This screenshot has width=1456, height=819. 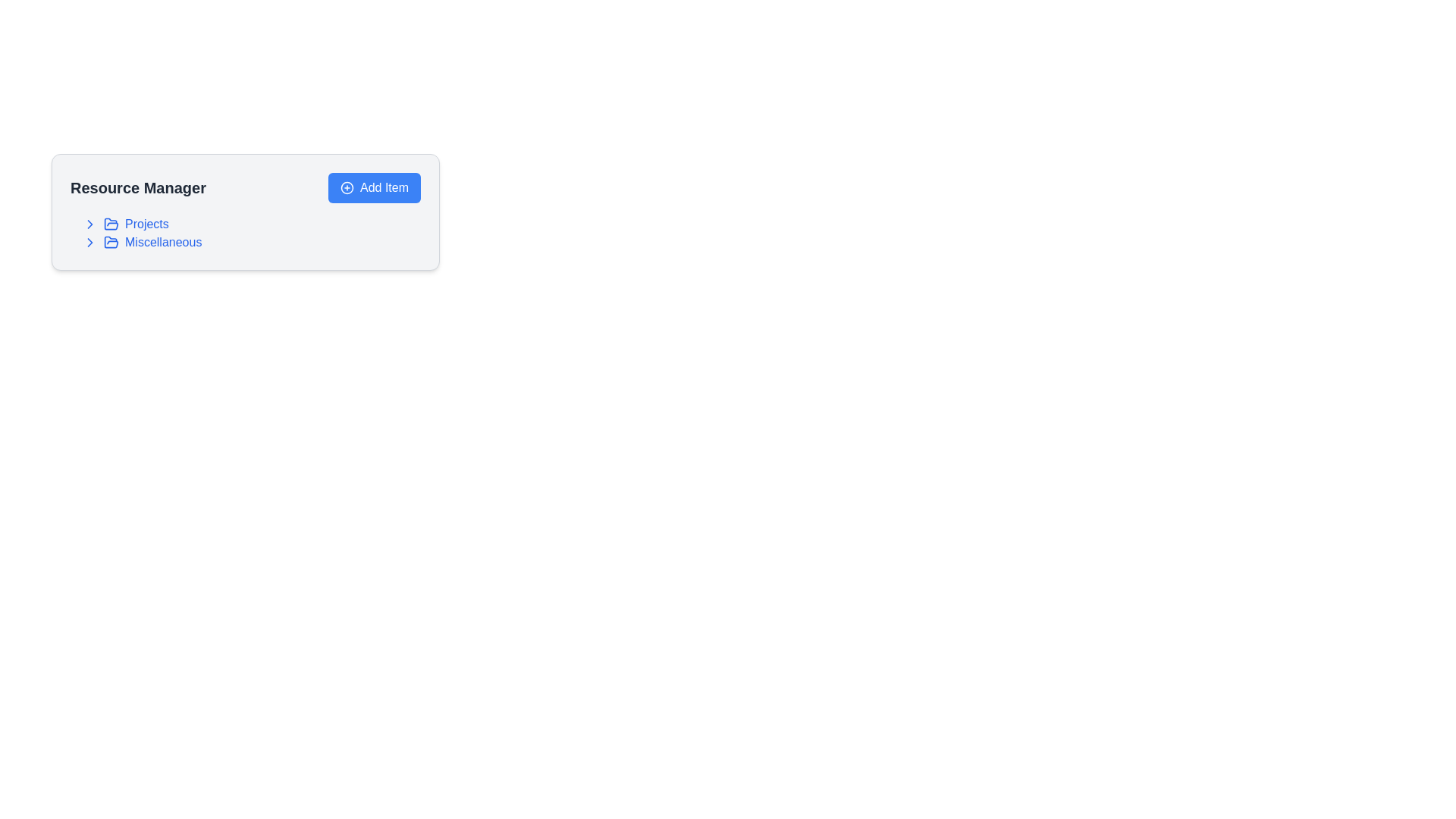 I want to click on the rightward pointing chevron icon styled as an outline, located to the left of the 'Projects' text in the 'Resource Manager' section, so click(x=89, y=224).